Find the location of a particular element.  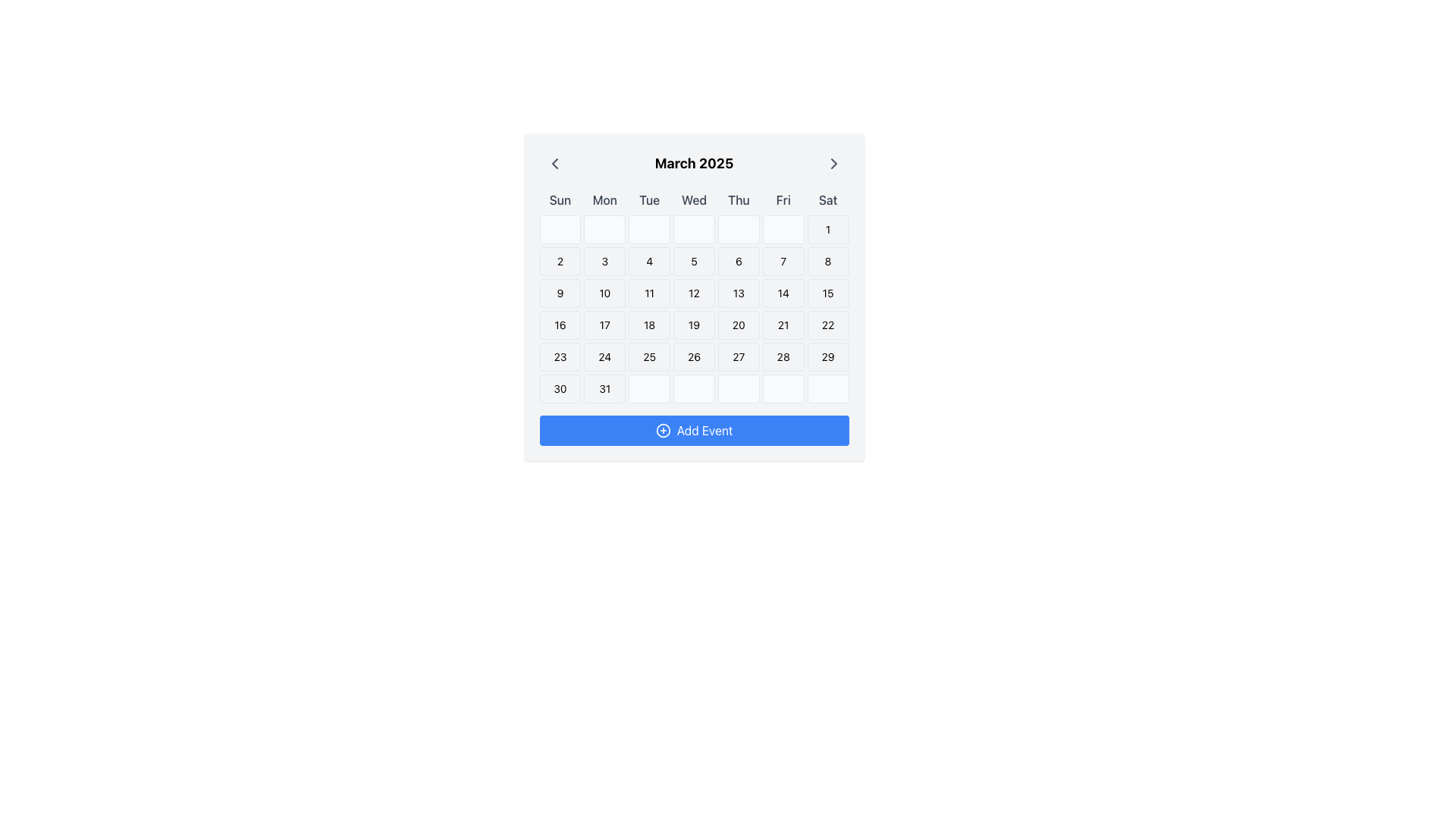

the calendar day cell representing the 28th day of the month is located at coordinates (783, 356).